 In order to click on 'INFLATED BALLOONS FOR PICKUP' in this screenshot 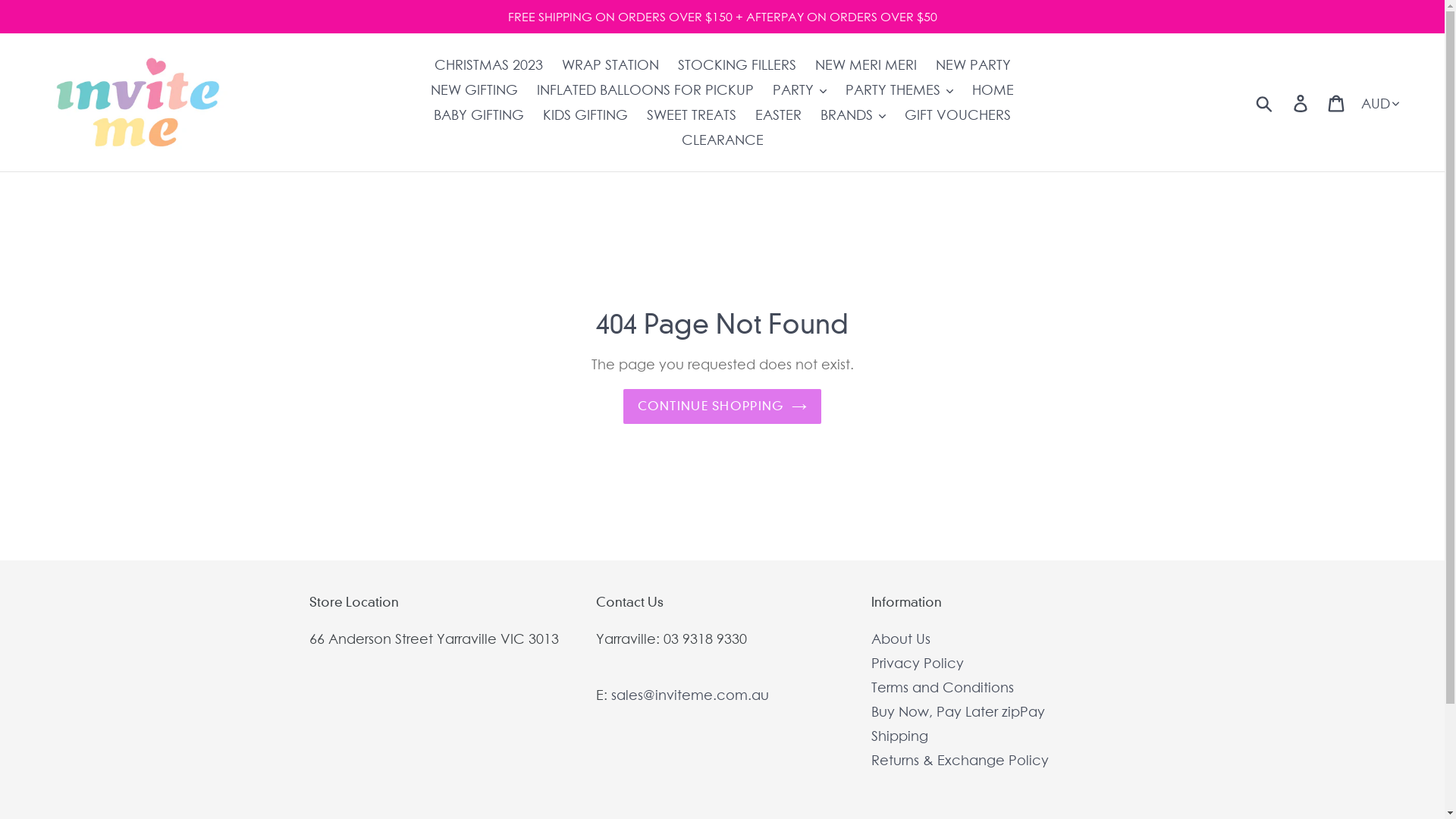, I will do `click(645, 89)`.